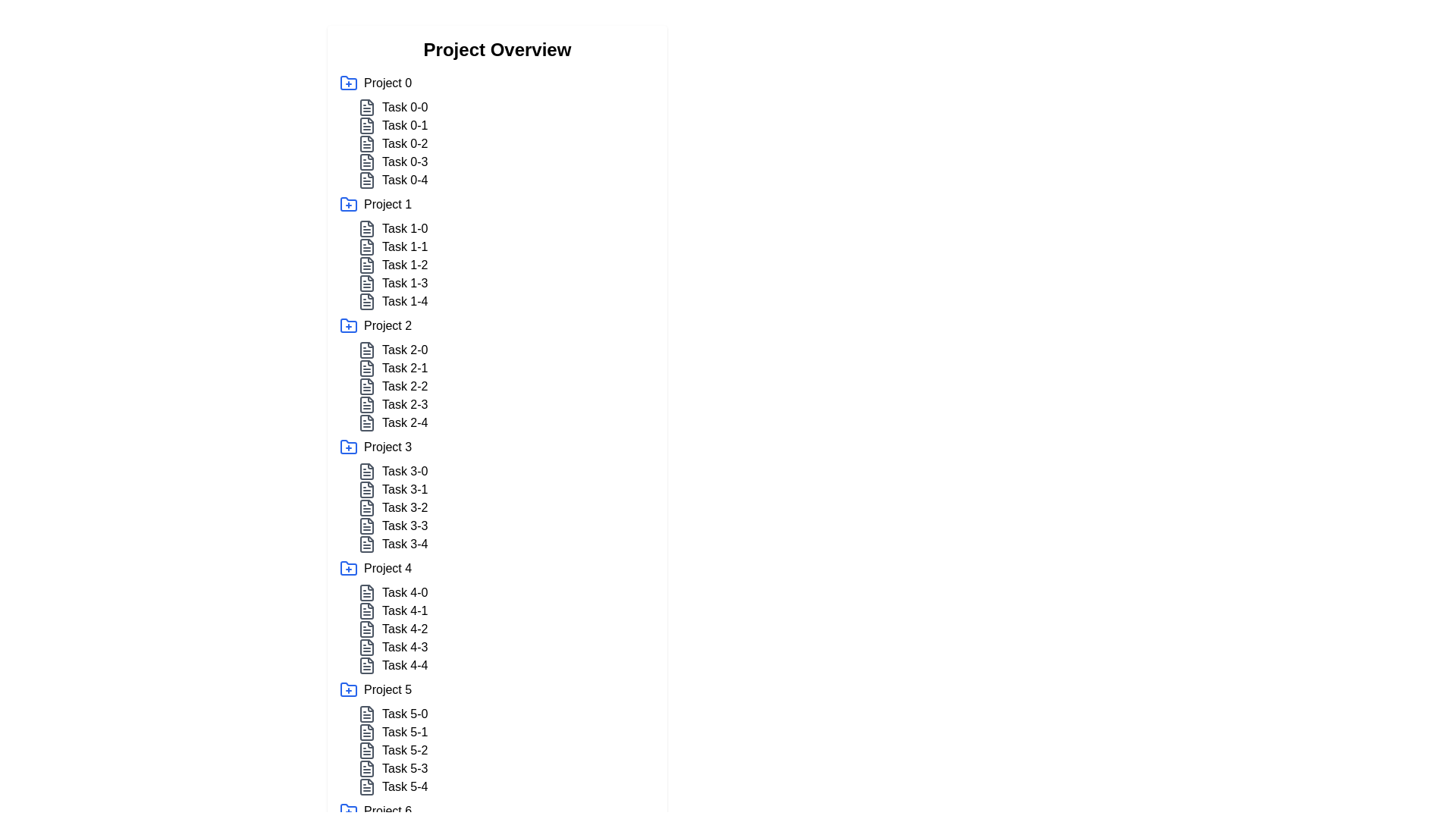 This screenshot has height=819, width=1456. Describe the element at coordinates (388, 83) in the screenshot. I see `the project label located to the right of the folder icon in the hierarchical list` at that location.